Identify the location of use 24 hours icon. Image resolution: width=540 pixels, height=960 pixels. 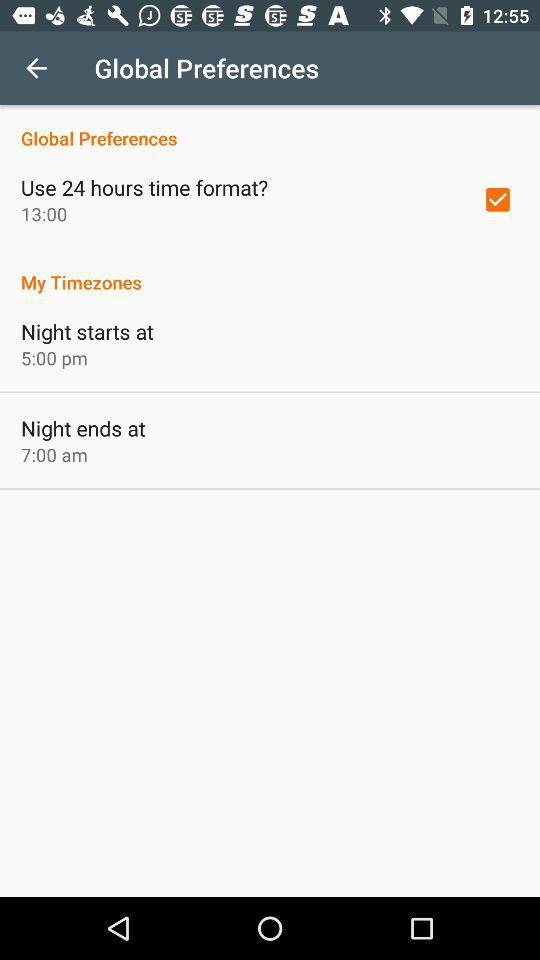
(143, 187).